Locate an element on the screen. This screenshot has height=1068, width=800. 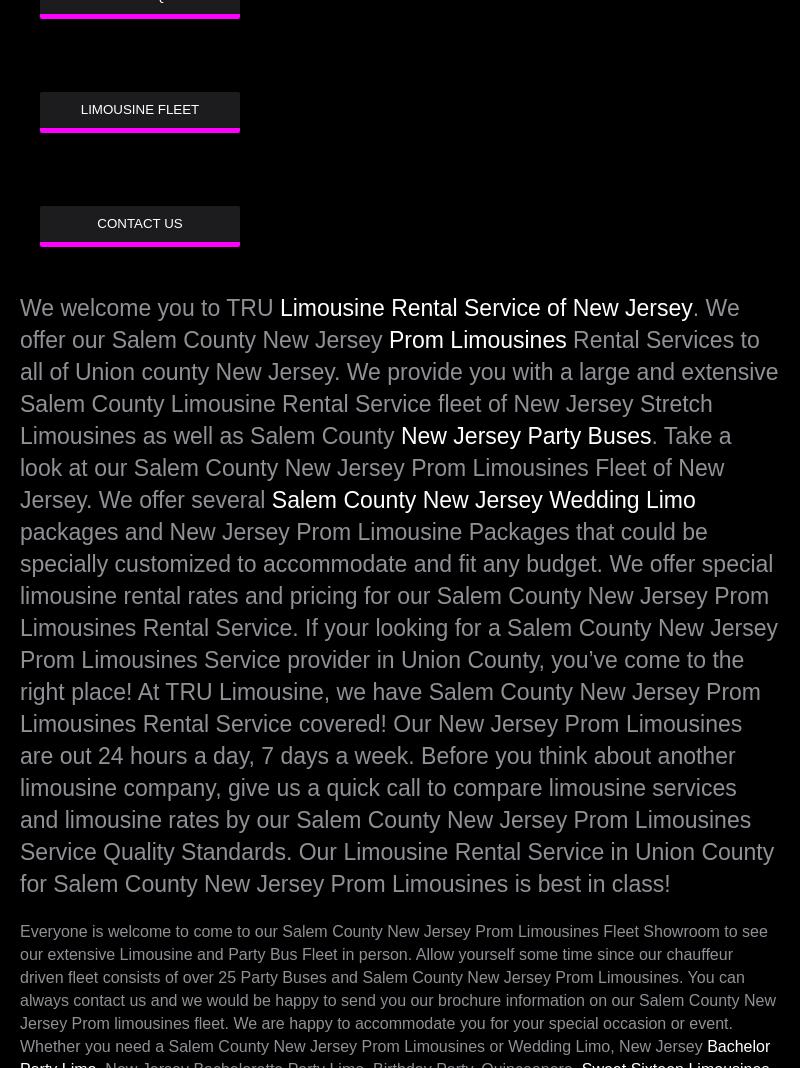
'Everyone is welcome to come to our Salem County New Jersey Prom Limousines Fleet Showroom to see our extensive Limousine and Party Bus Fleet in person. Allow yourself some time since our chauffeur driven fleet consists of over 25 Party Buses and Salem County New Jersey Prom Limousines. You can always contact us and we would be happy to send you our brochure information on our Salem County New Jersey Prom limousines fleet. We are happy to accommodate you for your special occasion or event. Whether you need a Salem County New Jersey Prom Limousines or Wedding Limo, New Jersey' is located at coordinates (396, 988).